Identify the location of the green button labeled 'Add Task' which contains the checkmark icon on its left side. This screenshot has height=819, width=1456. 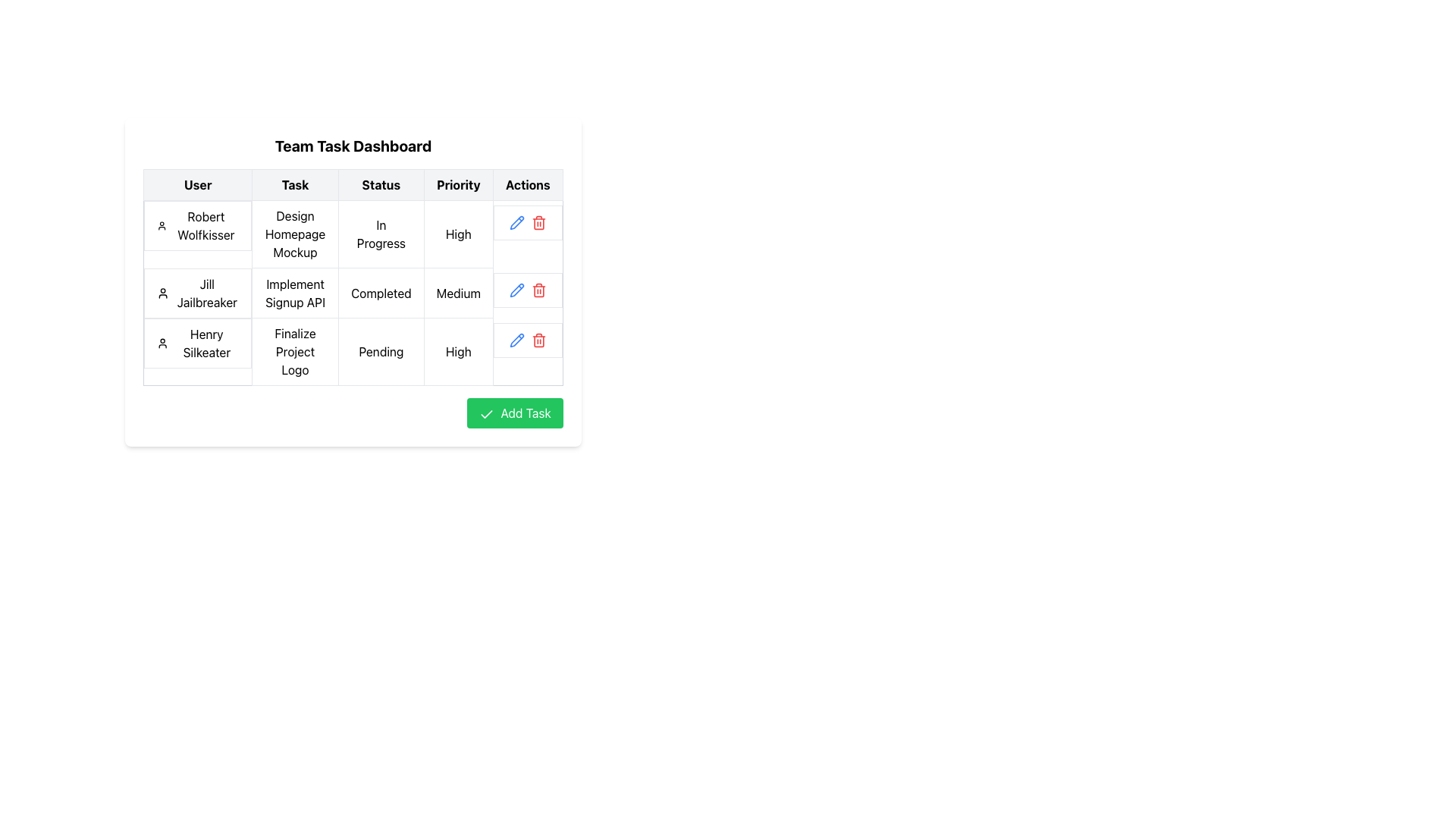
(487, 414).